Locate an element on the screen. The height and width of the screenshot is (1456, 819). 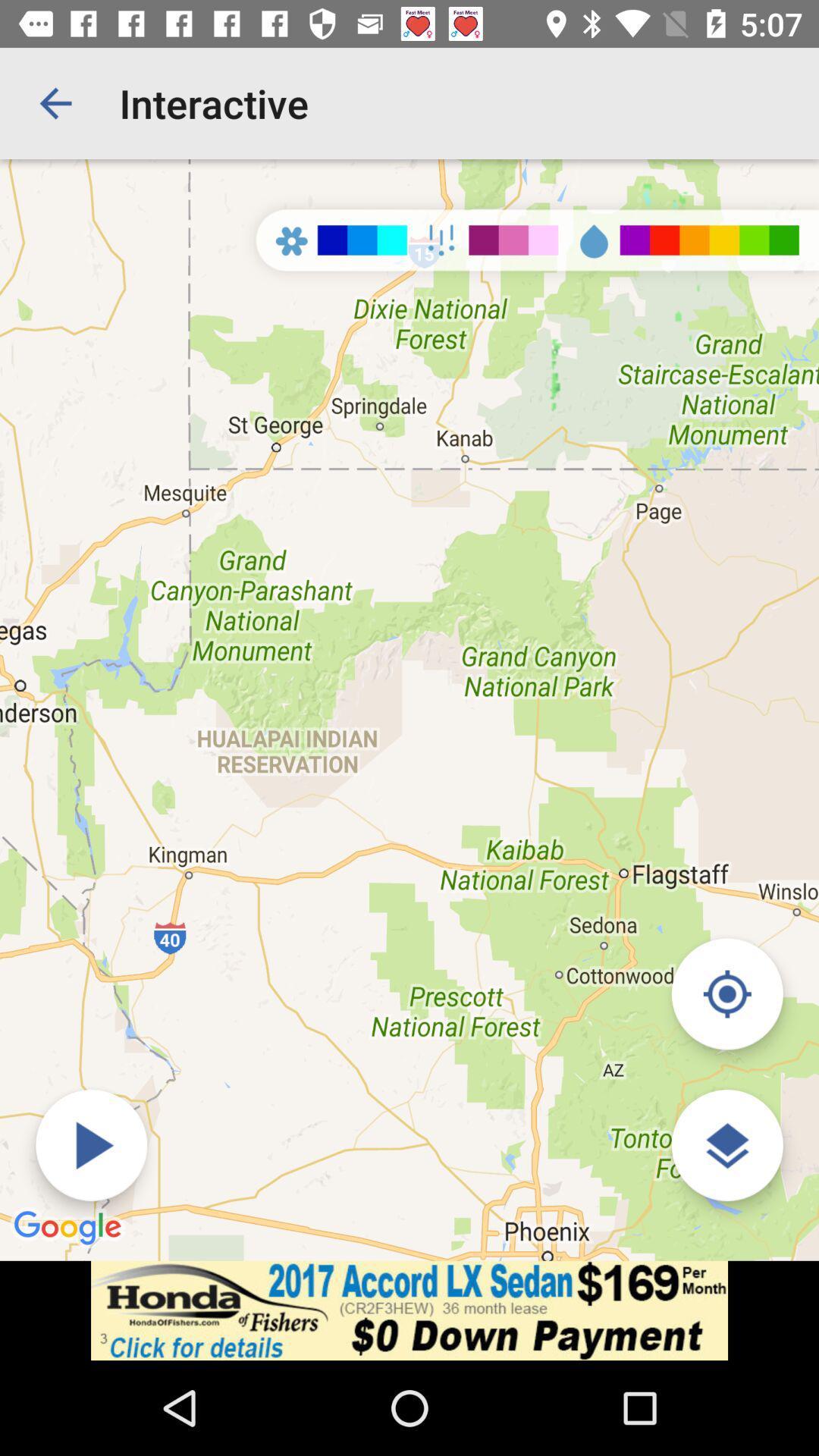
the layers icon is located at coordinates (726, 1145).